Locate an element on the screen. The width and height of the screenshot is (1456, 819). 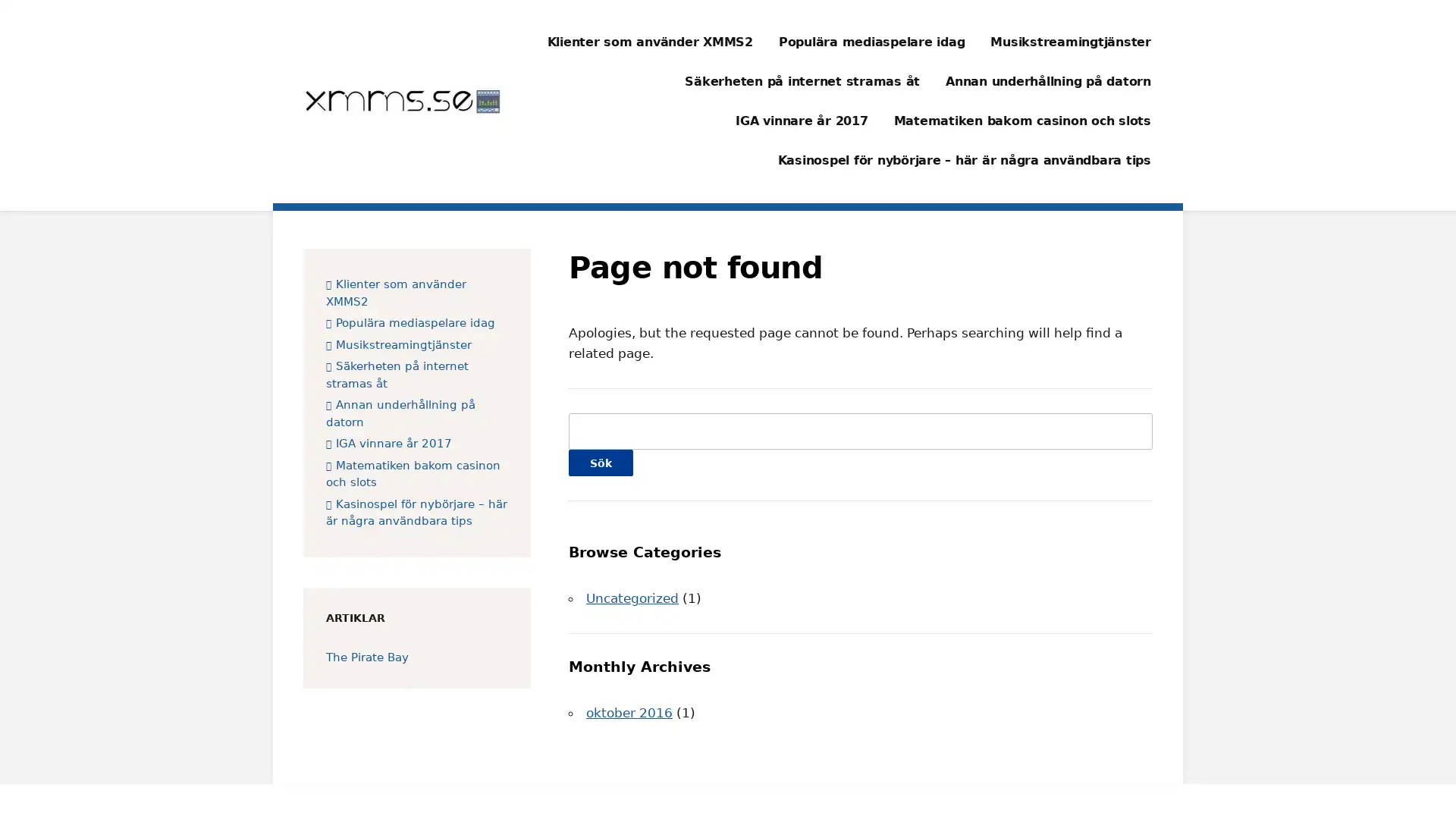
Sok is located at coordinates (600, 462).